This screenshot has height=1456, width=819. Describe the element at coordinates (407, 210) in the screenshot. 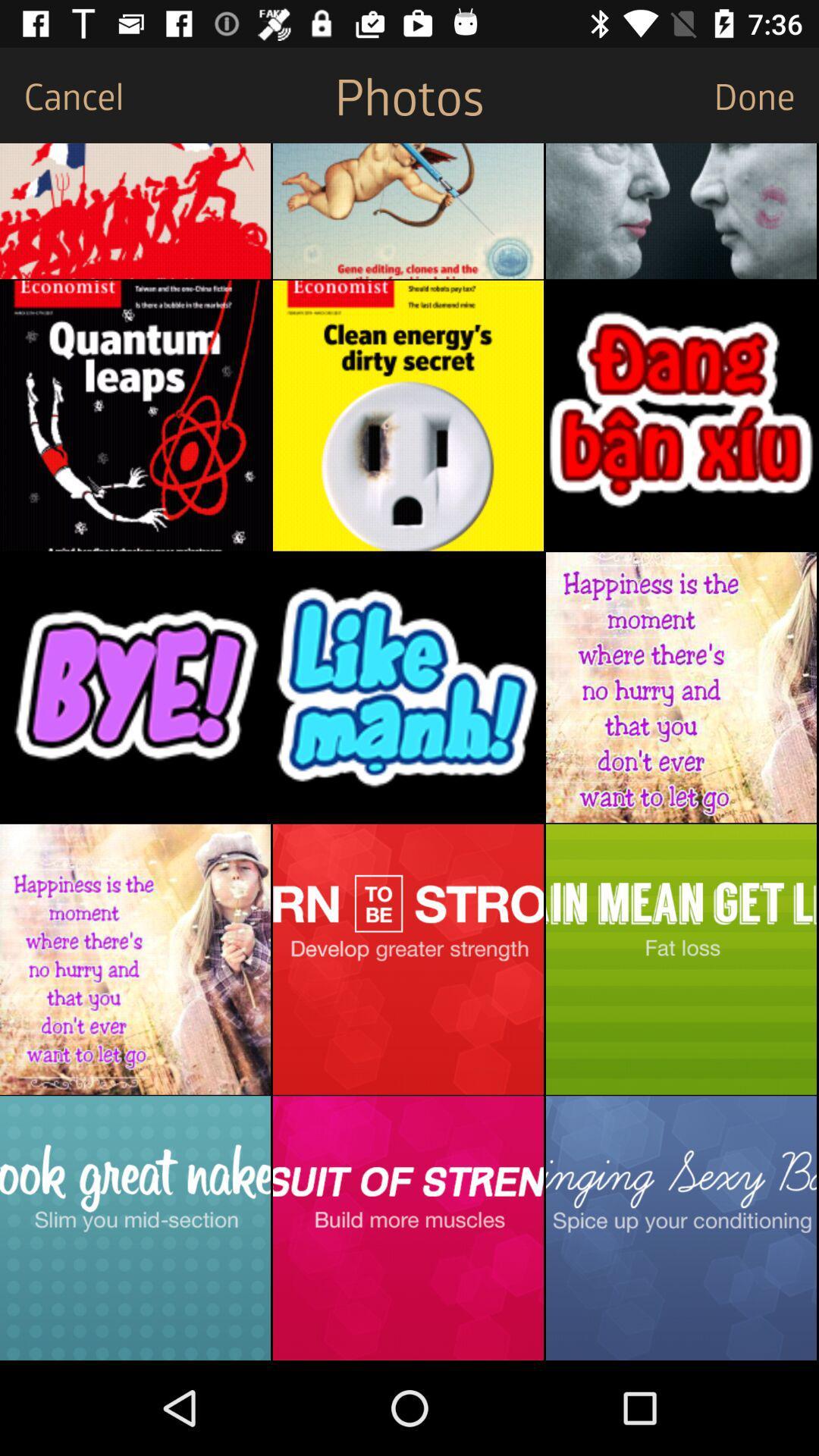

I see `the item below photos item` at that location.